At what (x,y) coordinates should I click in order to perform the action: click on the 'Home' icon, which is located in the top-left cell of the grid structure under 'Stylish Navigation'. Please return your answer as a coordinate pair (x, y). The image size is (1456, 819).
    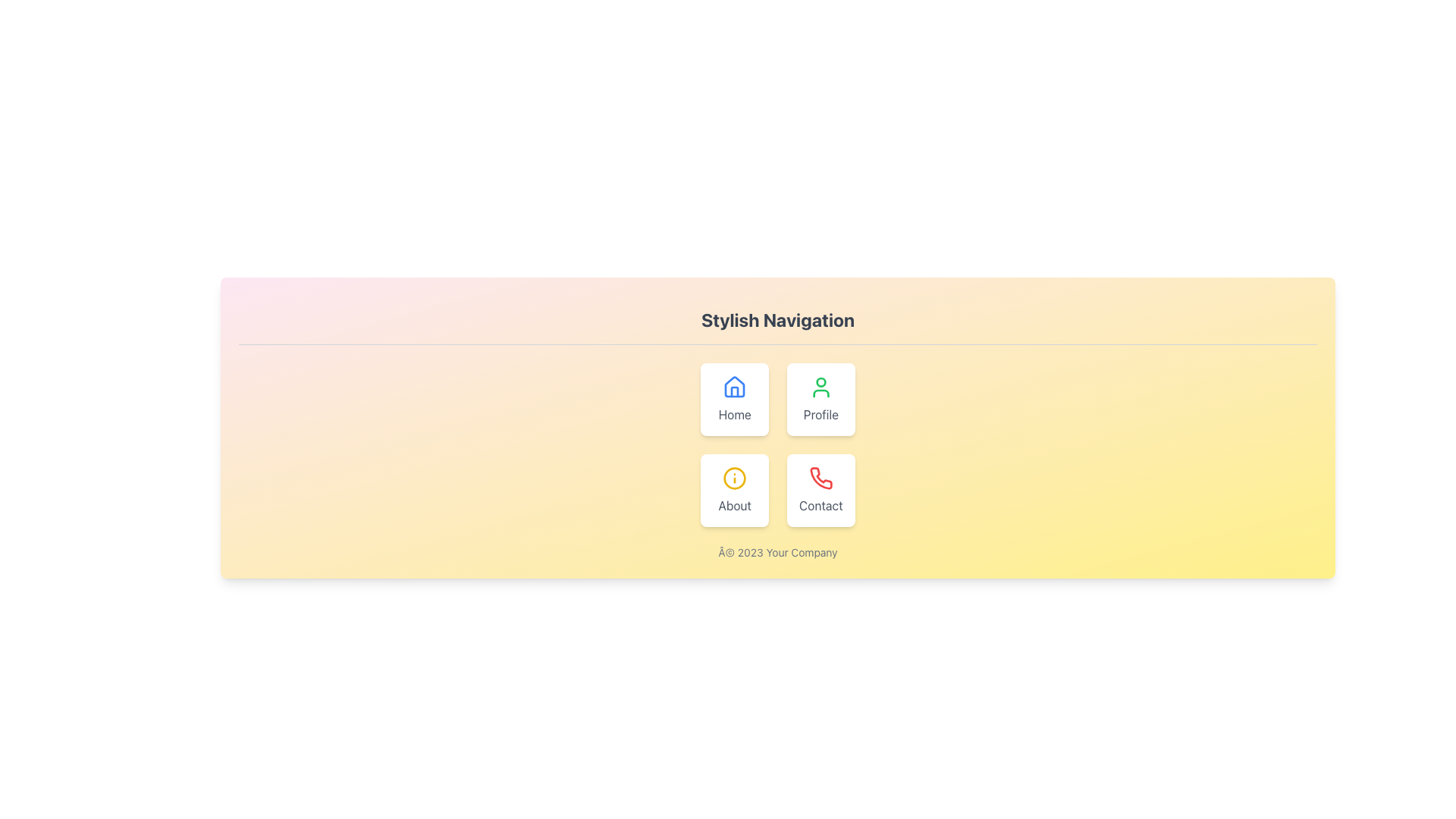
    Looking at the image, I should click on (735, 386).